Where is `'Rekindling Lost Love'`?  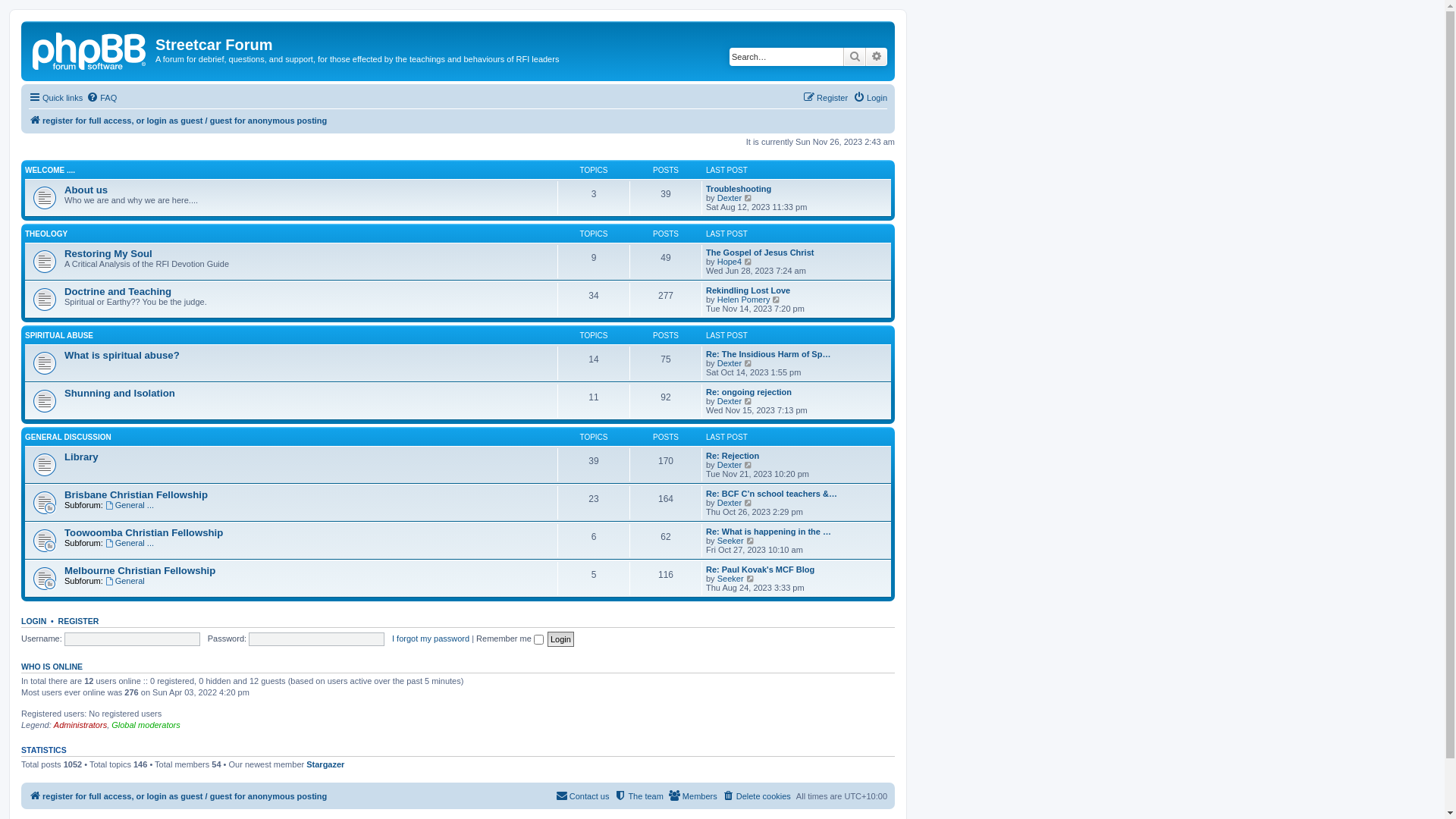
'Rekindling Lost Love' is located at coordinates (748, 290).